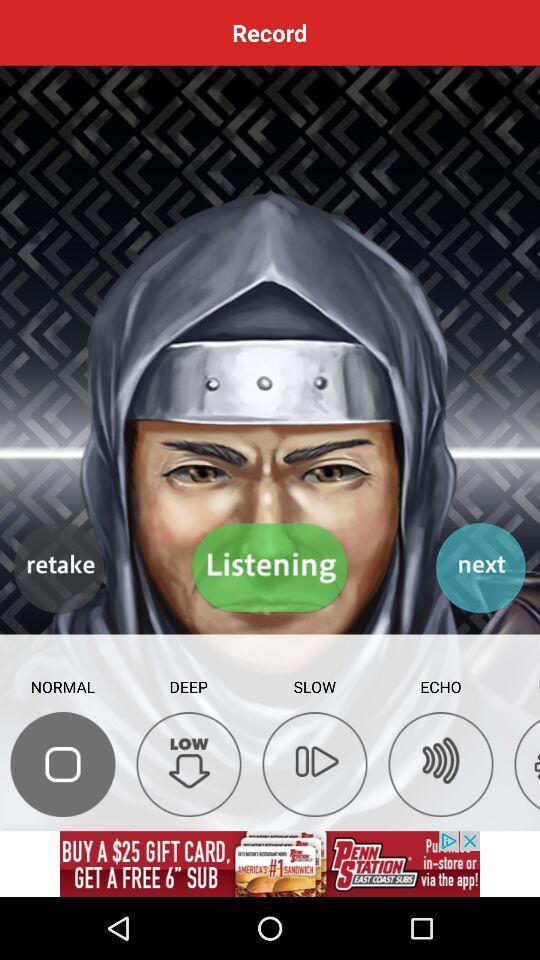 The image size is (540, 960). What do you see at coordinates (63, 763) in the screenshot?
I see `use normal voice` at bounding box center [63, 763].